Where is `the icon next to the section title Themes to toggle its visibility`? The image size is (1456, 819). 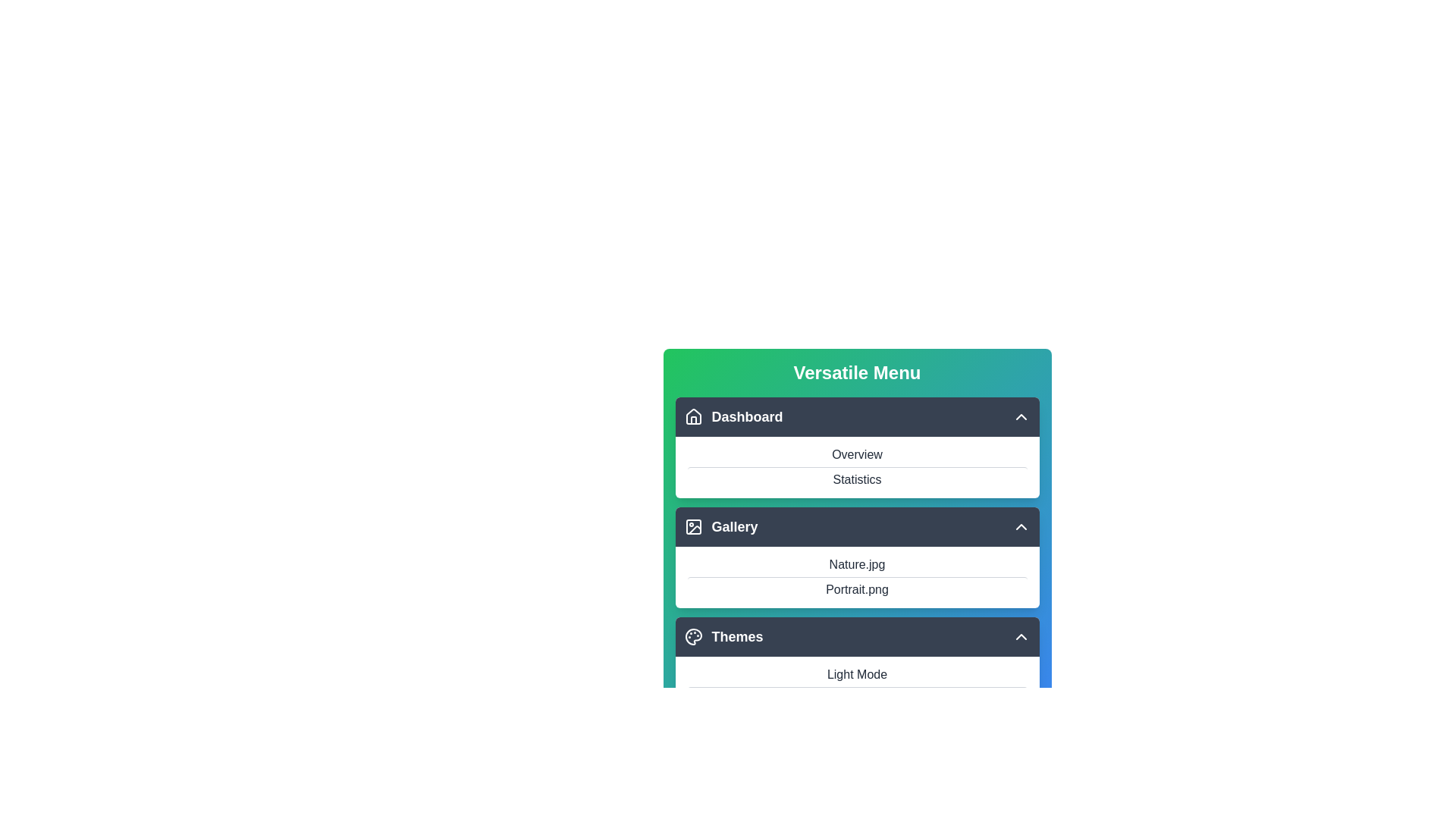
the icon next to the section title Themes to toggle its visibility is located at coordinates (692, 637).